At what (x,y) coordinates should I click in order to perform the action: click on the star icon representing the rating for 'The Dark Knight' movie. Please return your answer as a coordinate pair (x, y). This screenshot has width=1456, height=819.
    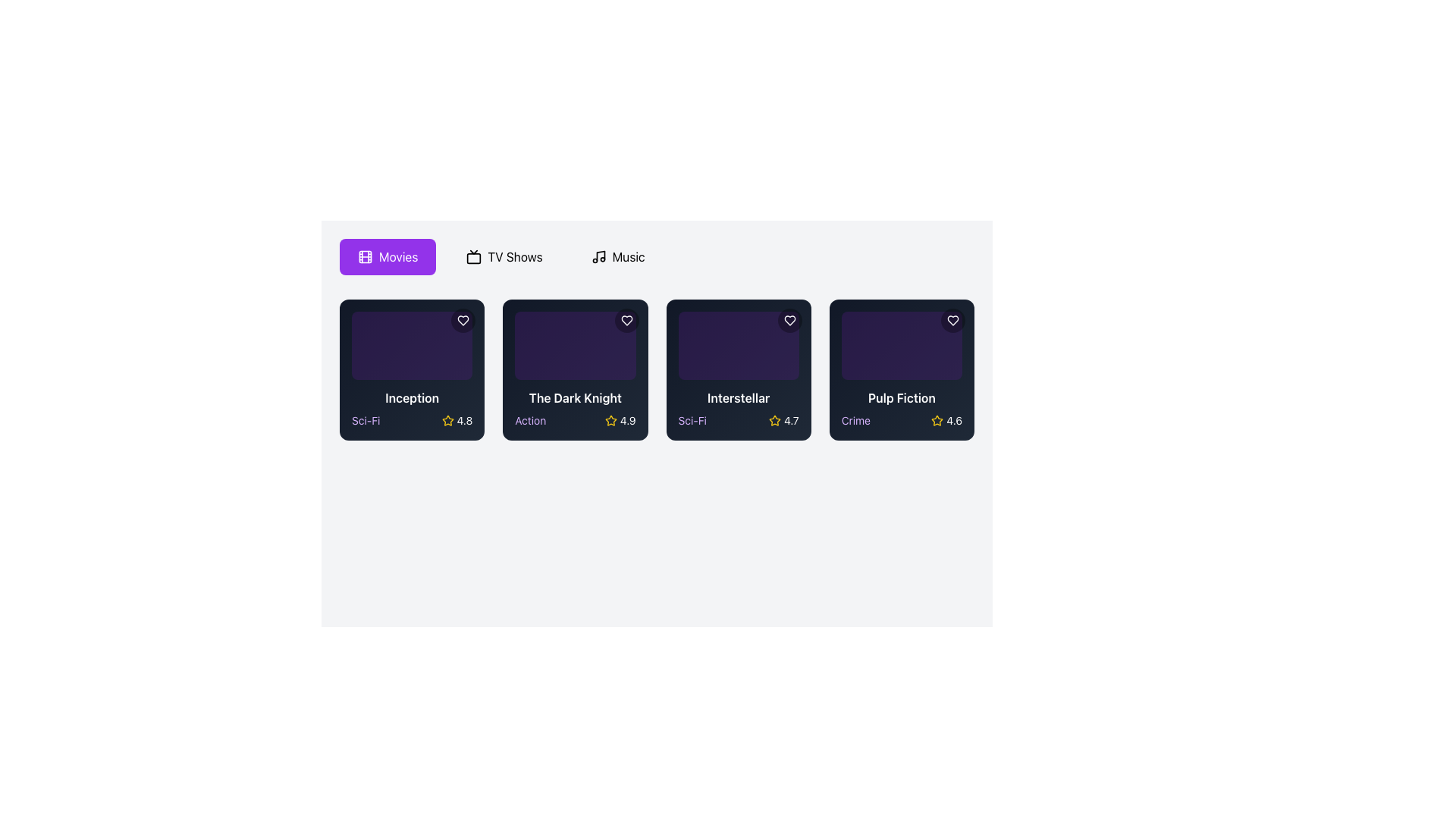
    Looking at the image, I should click on (610, 420).